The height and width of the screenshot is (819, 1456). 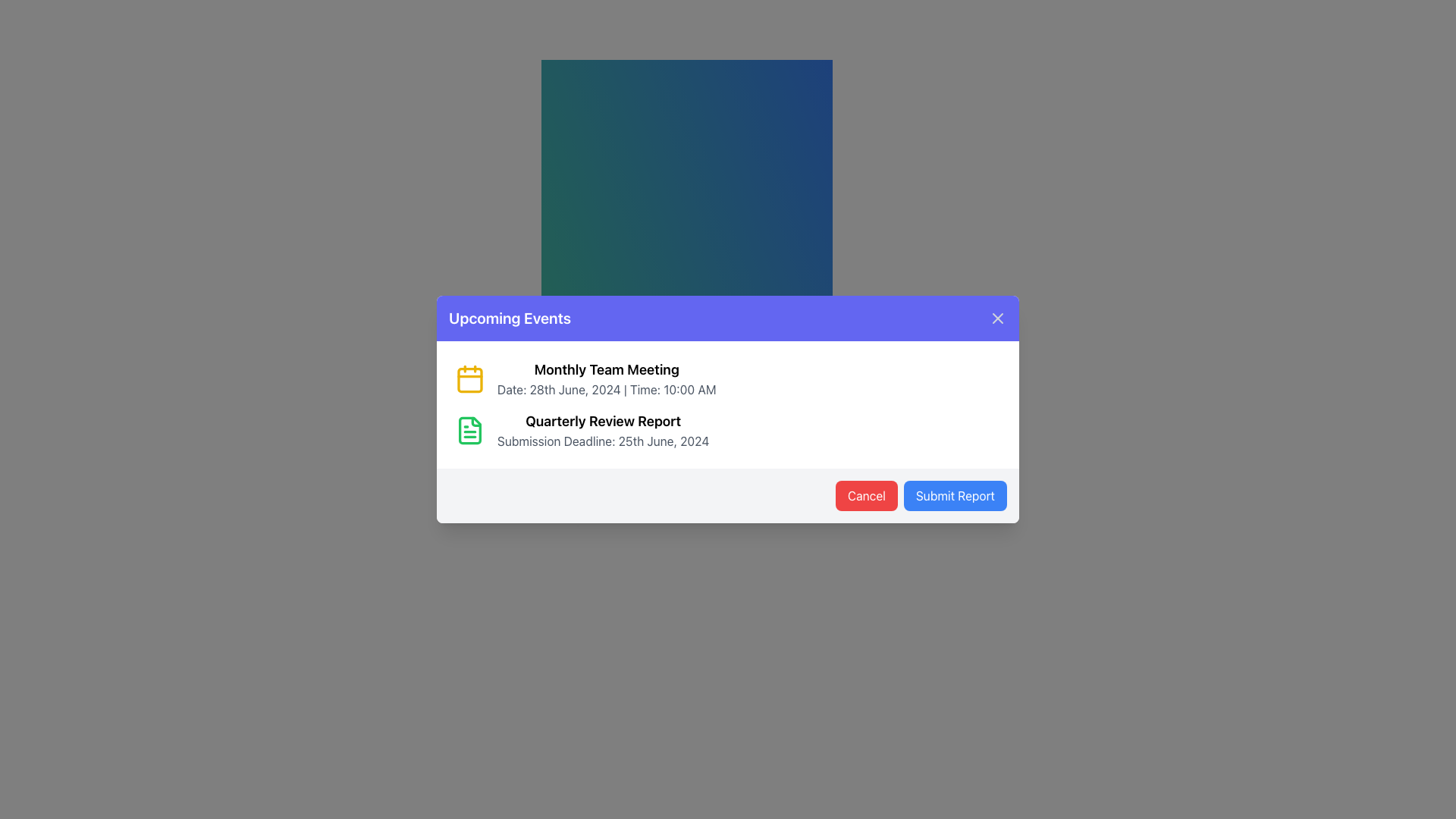 What do you see at coordinates (602, 421) in the screenshot?
I see `the text label reading 'Quarterly Review Report' which is styled in large bold font and located in the middle section of the dialog box titled 'Upcoming Events'` at bounding box center [602, 421].